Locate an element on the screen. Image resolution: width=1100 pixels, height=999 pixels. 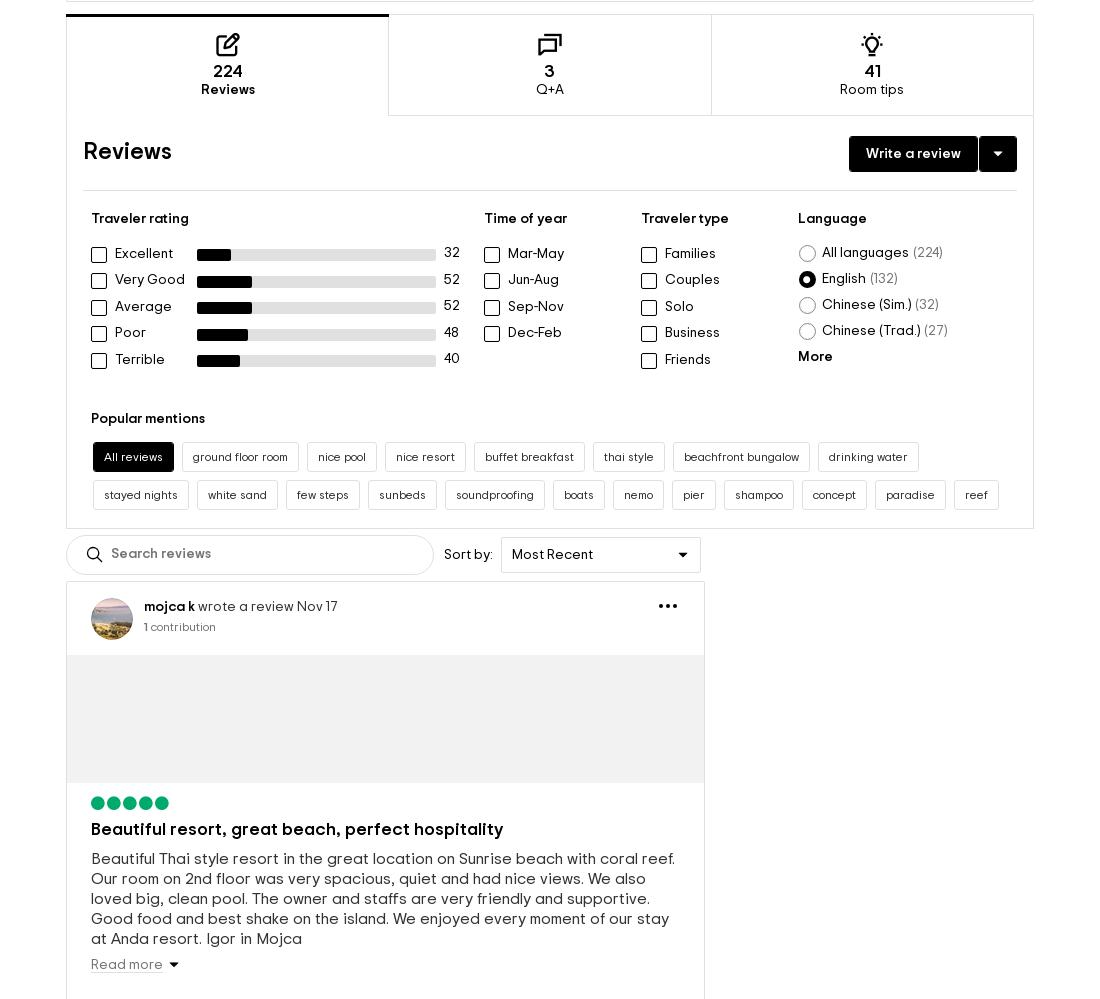
'ground floor room' is located at coordinates (240, 422).